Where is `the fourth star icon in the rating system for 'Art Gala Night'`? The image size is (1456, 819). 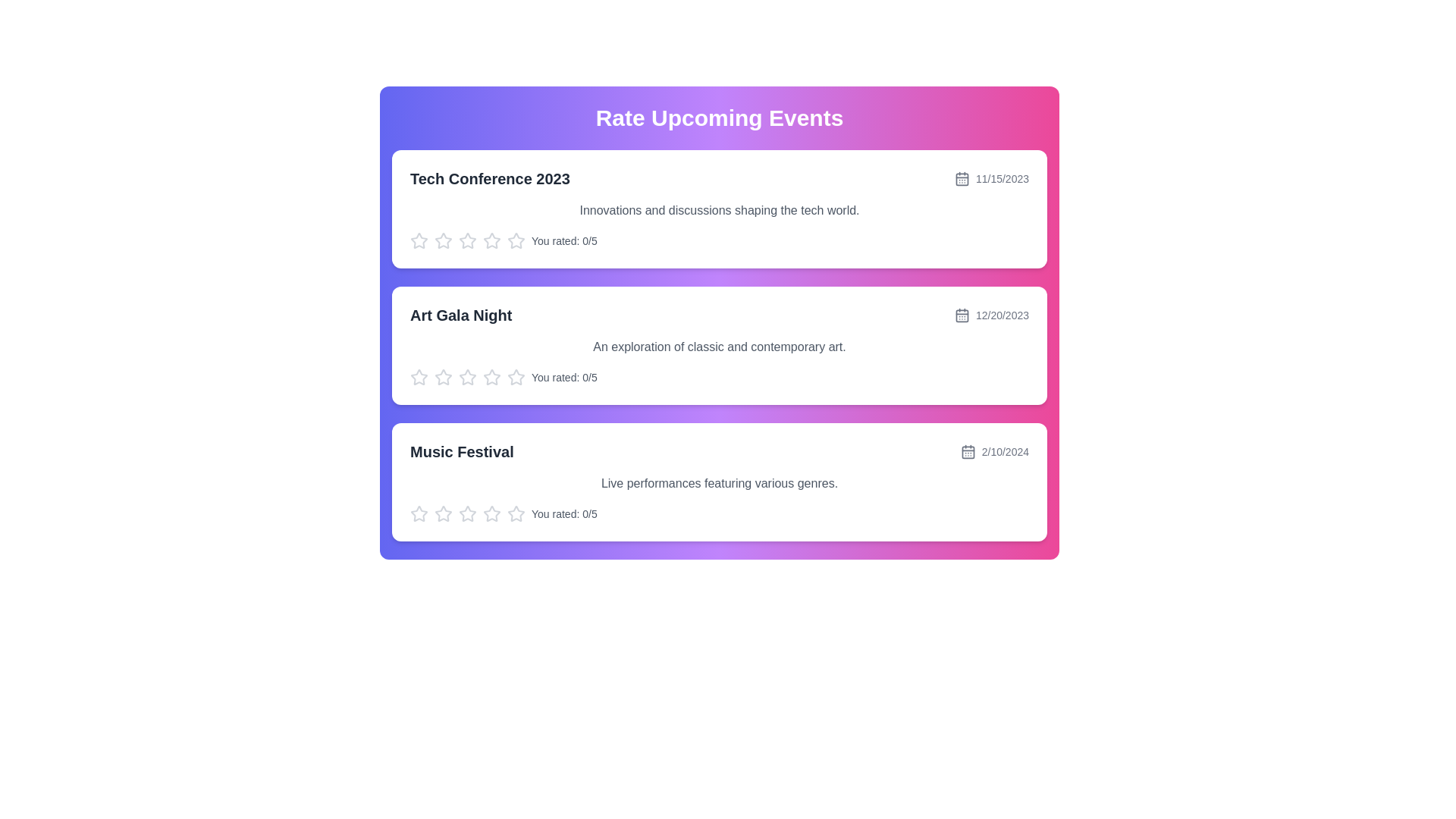 the fourth star icon in the rating system for 'Art Gala Night' is located at coordinates (467, 376).